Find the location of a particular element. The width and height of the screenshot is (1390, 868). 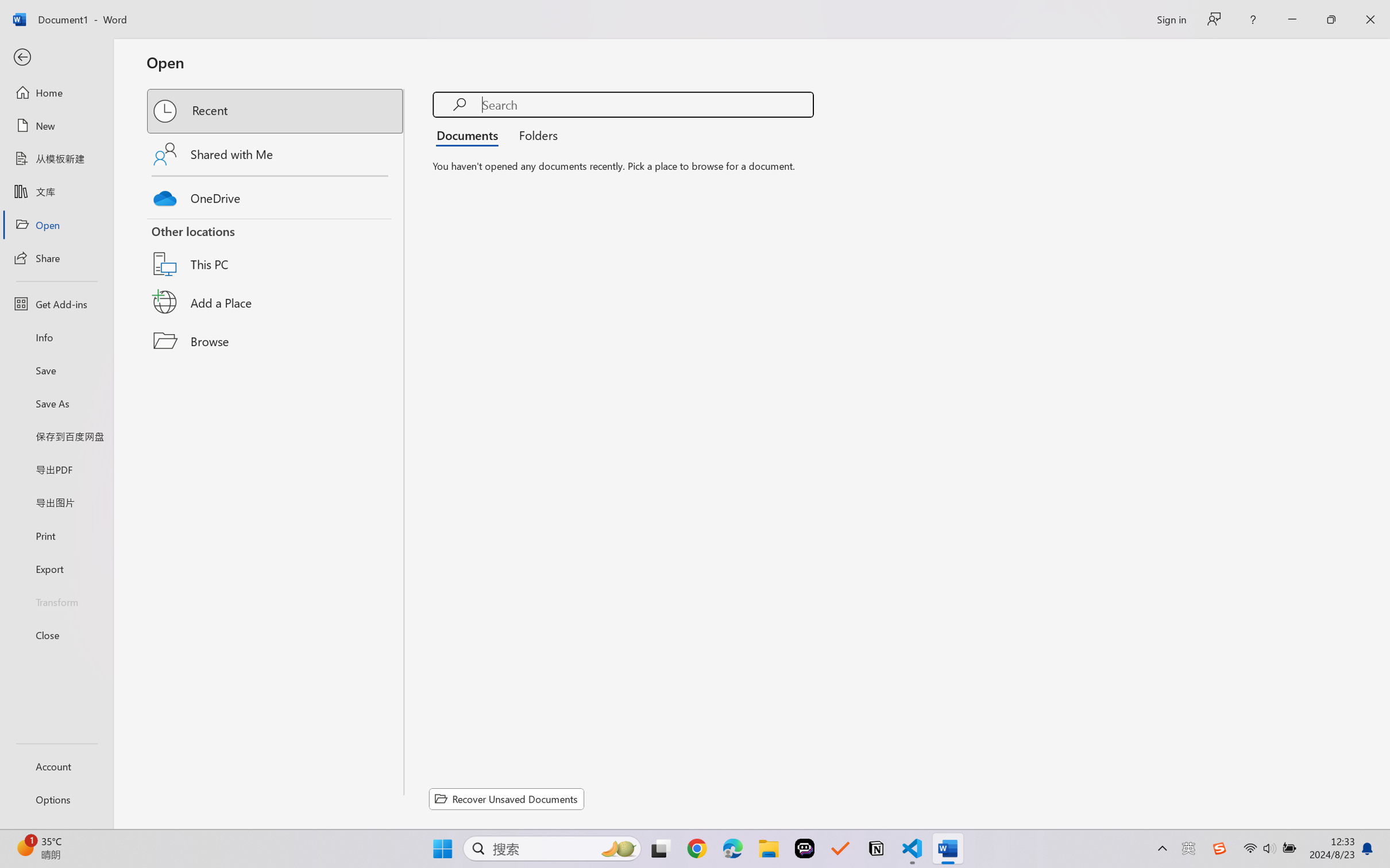

'Browse' is located at coordinates (276, 340).